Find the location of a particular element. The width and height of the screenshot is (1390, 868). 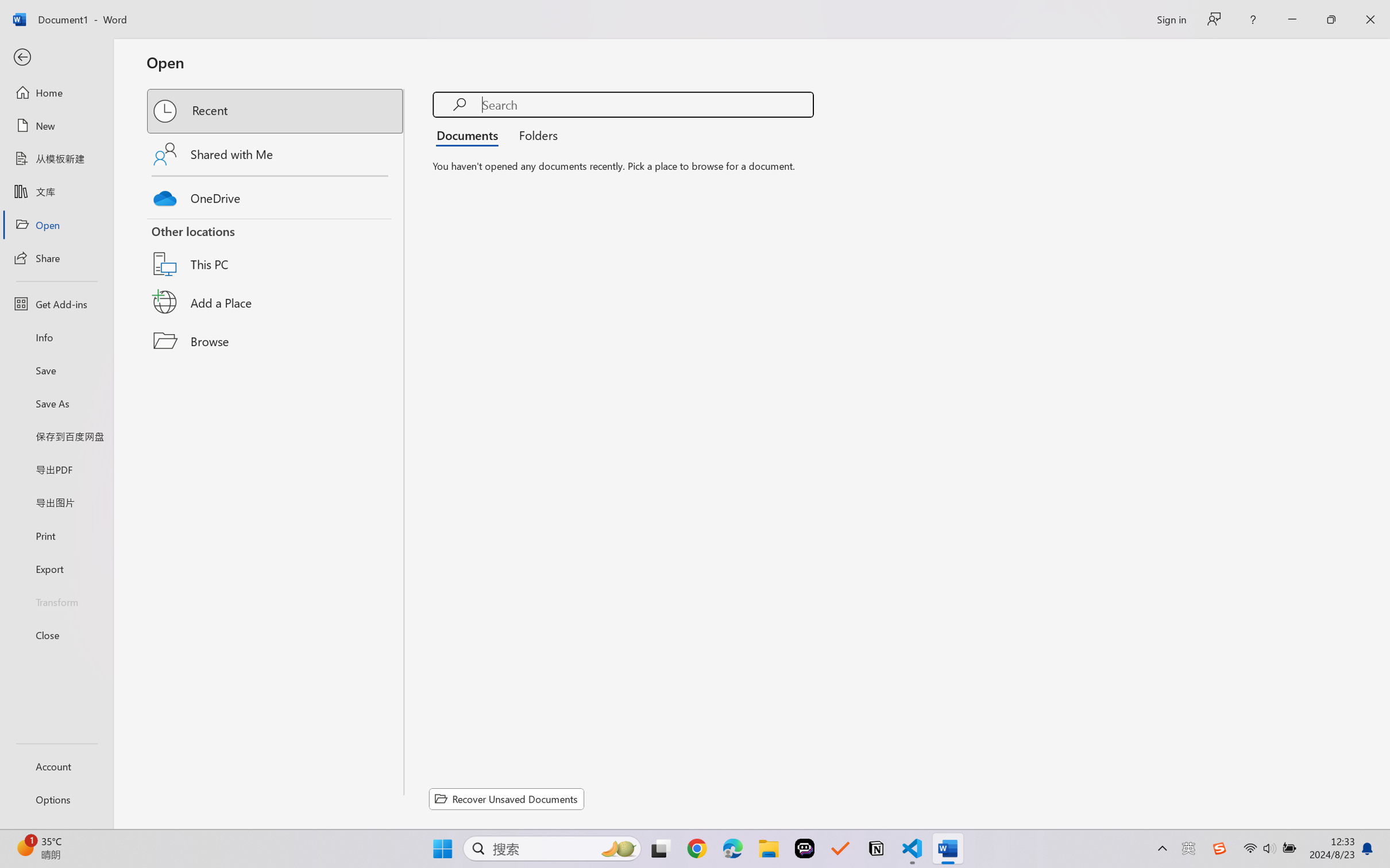

'Browse' is located at coordinates (276, 340).